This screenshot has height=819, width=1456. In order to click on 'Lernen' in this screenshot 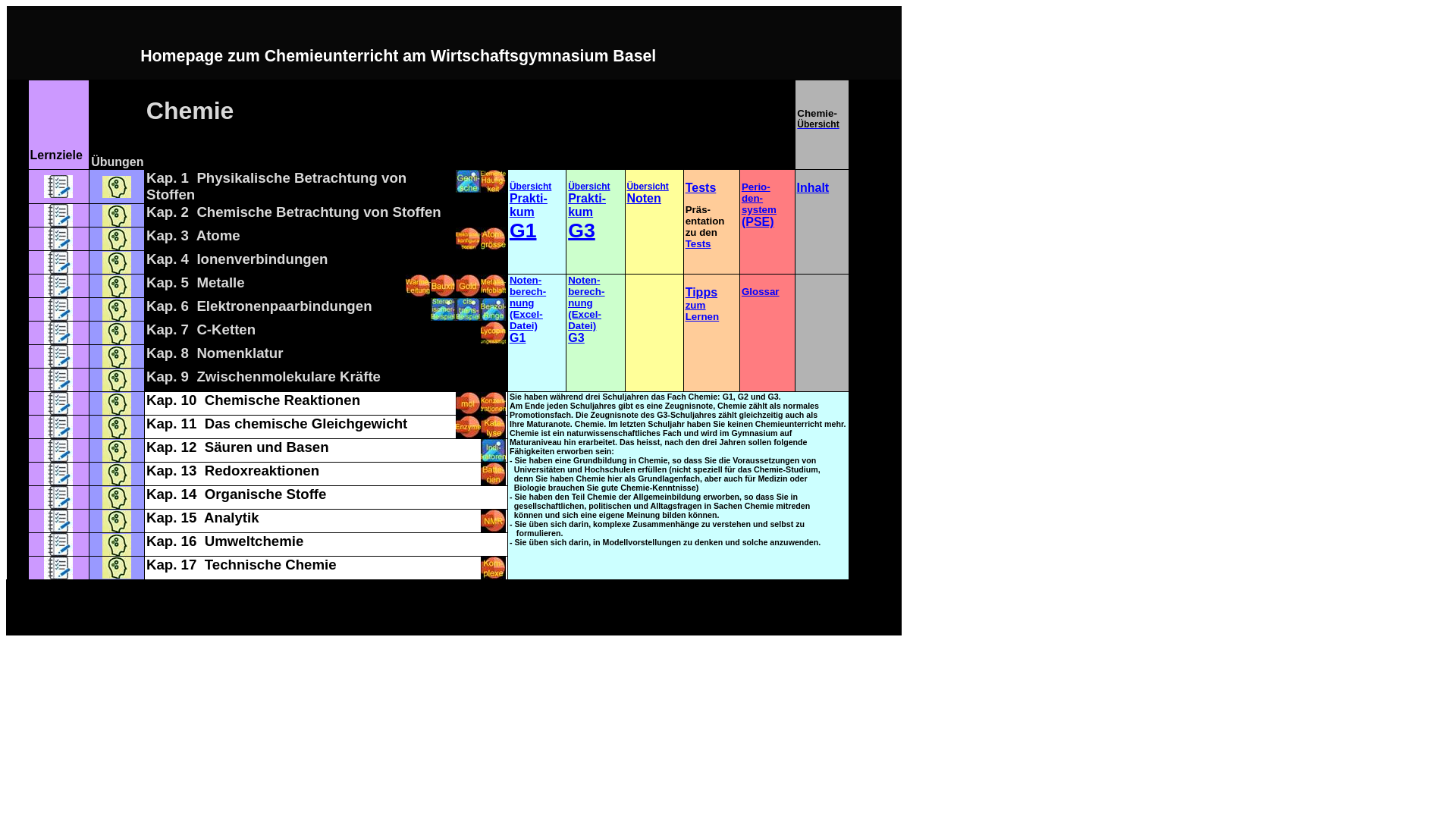, I will do `click(701, 315)`.